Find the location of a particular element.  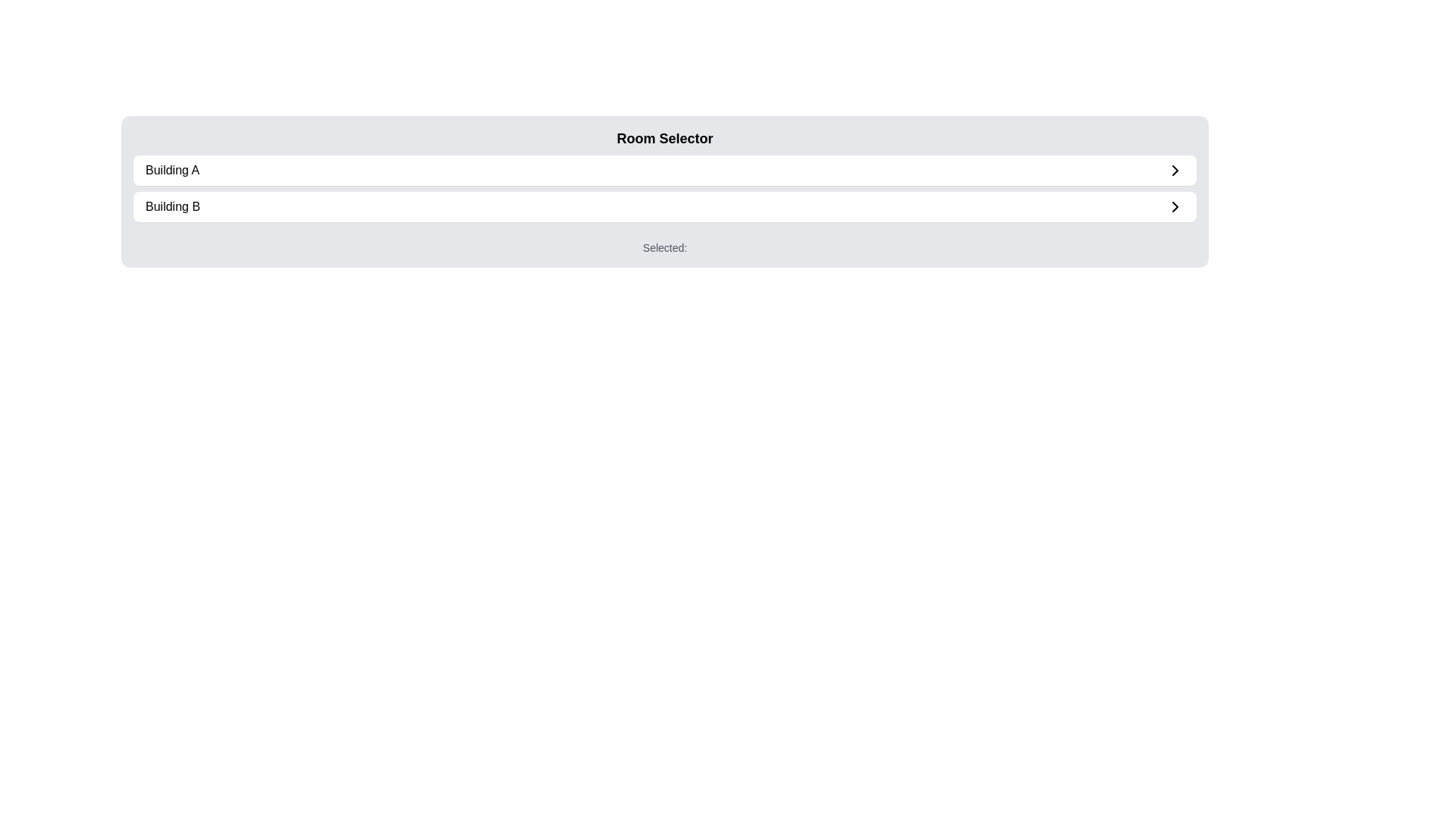

the Text Label displaying the floor and room designation located under the 'Building B' section is located at coordinates (665, 242).